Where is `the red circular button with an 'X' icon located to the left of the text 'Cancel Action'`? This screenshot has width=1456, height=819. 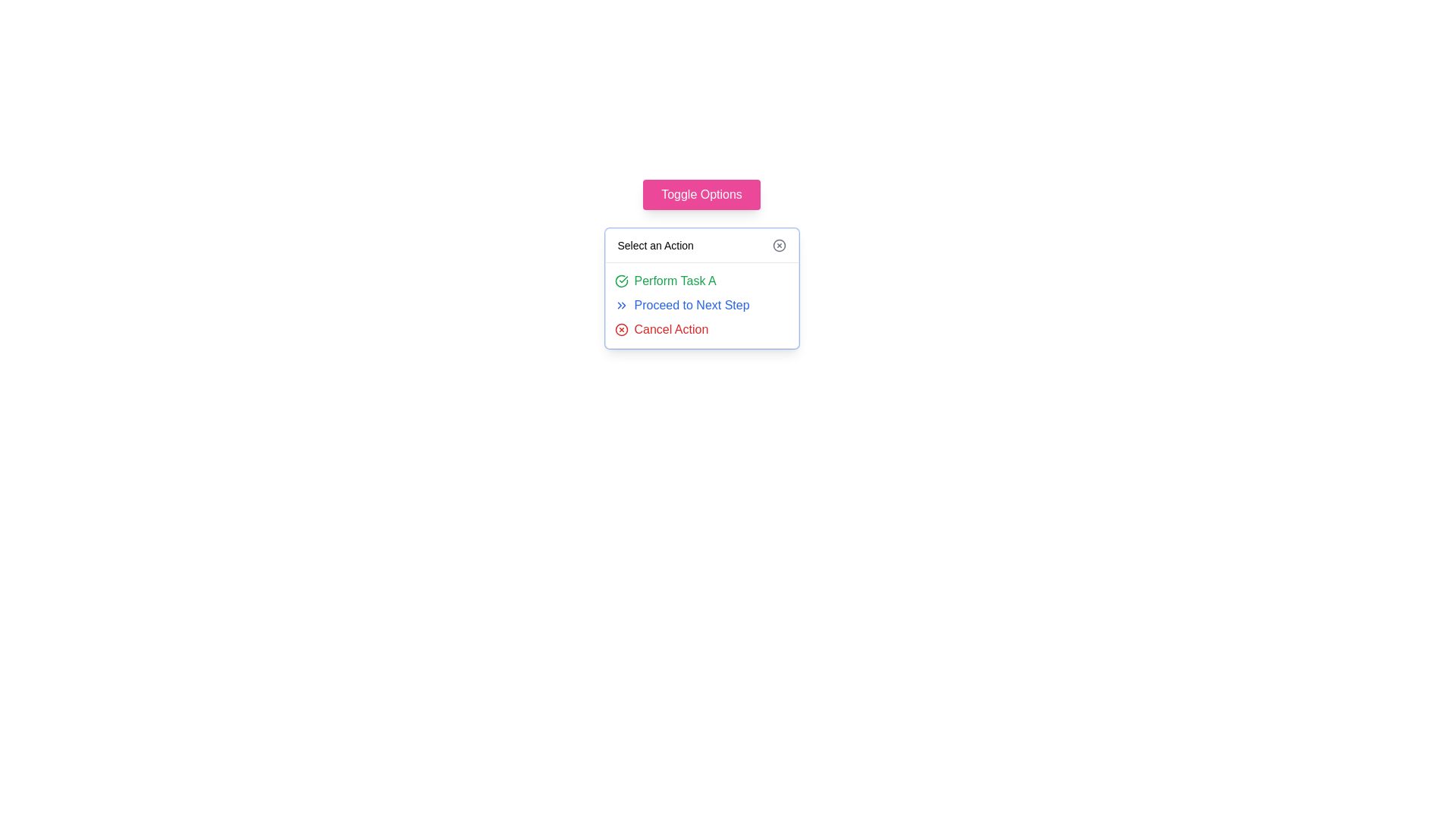
the red circular button with an 'X' icon located to the left of the text 'Cancel Action' is located at coordinates (621, 329).